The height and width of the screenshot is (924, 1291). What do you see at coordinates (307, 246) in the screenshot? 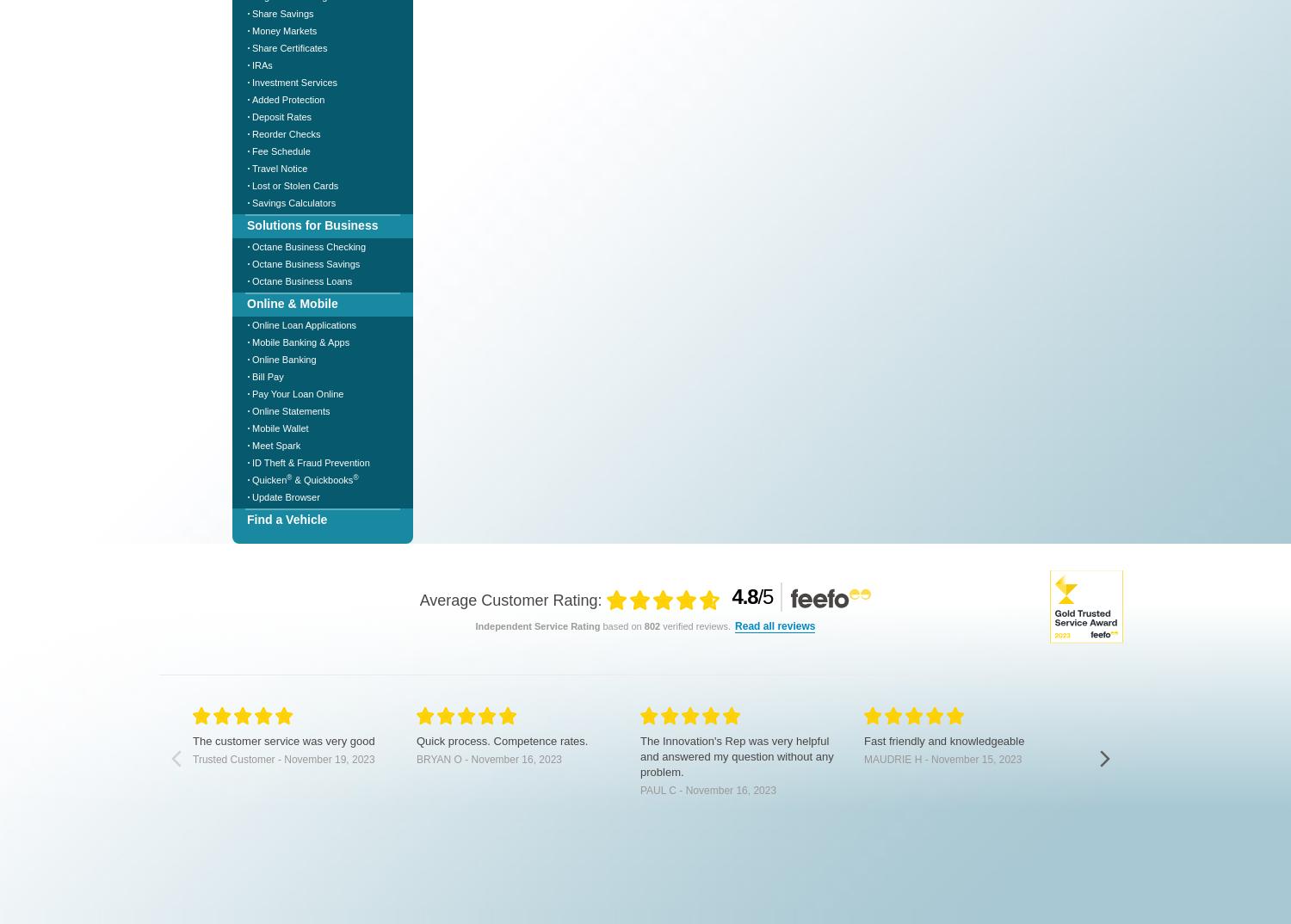
I see `'Octane Business Checking'` at bounding box center [307, 246].